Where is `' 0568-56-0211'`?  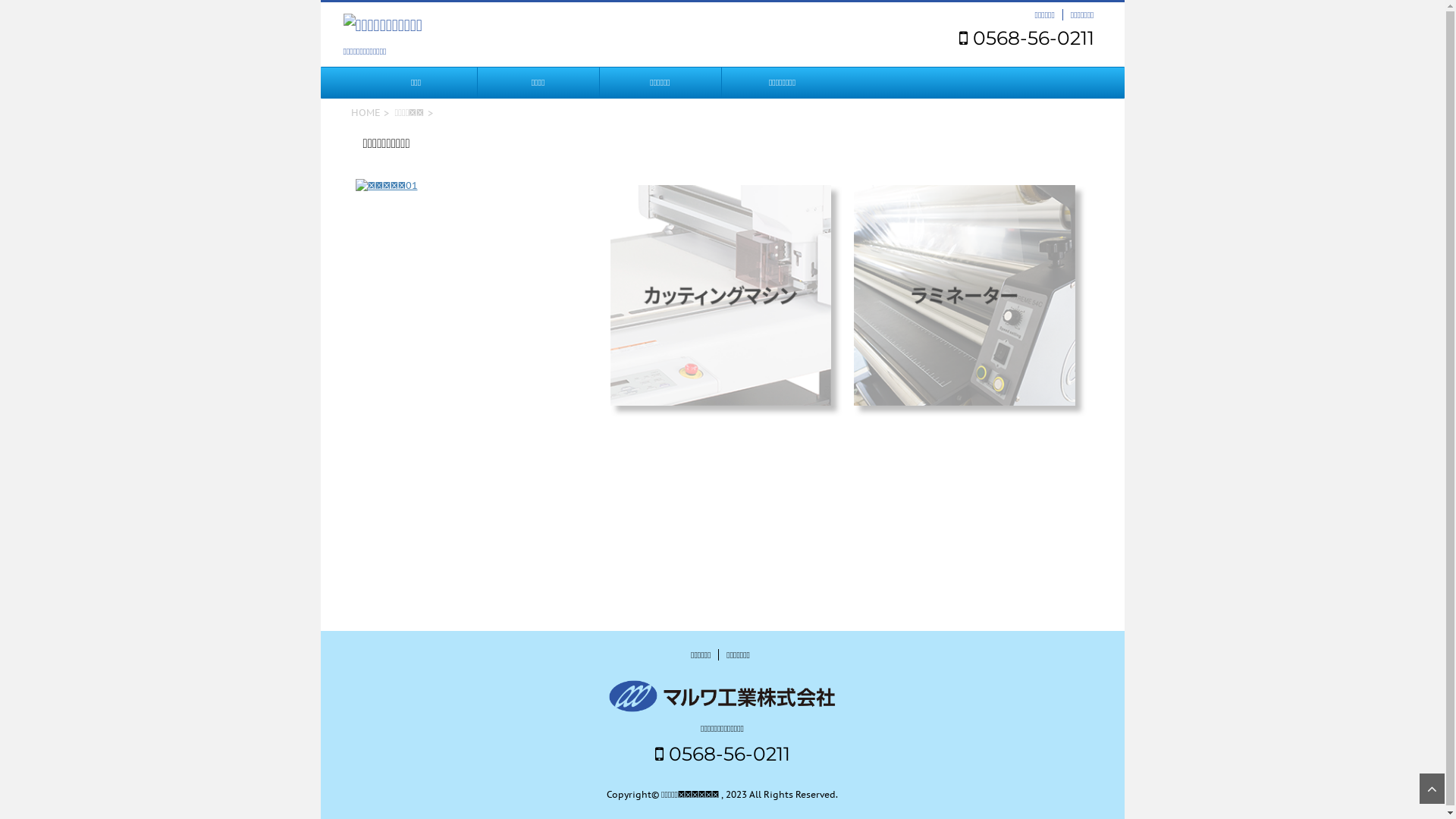
' 0568-56-0211' is located at coordinates (1026, 37).